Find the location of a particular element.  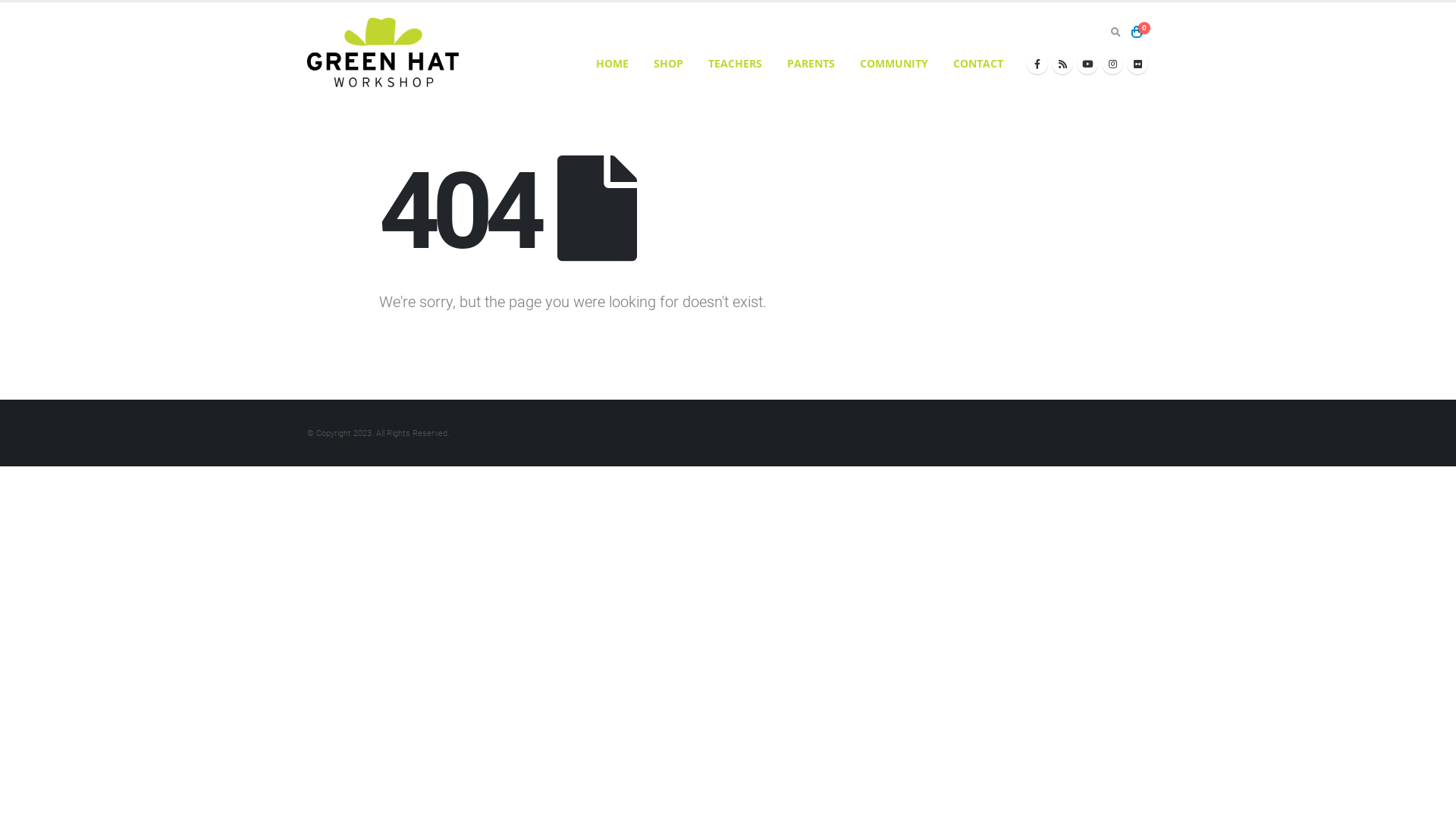

'Instagram' is located at coordinates (1112, 63).